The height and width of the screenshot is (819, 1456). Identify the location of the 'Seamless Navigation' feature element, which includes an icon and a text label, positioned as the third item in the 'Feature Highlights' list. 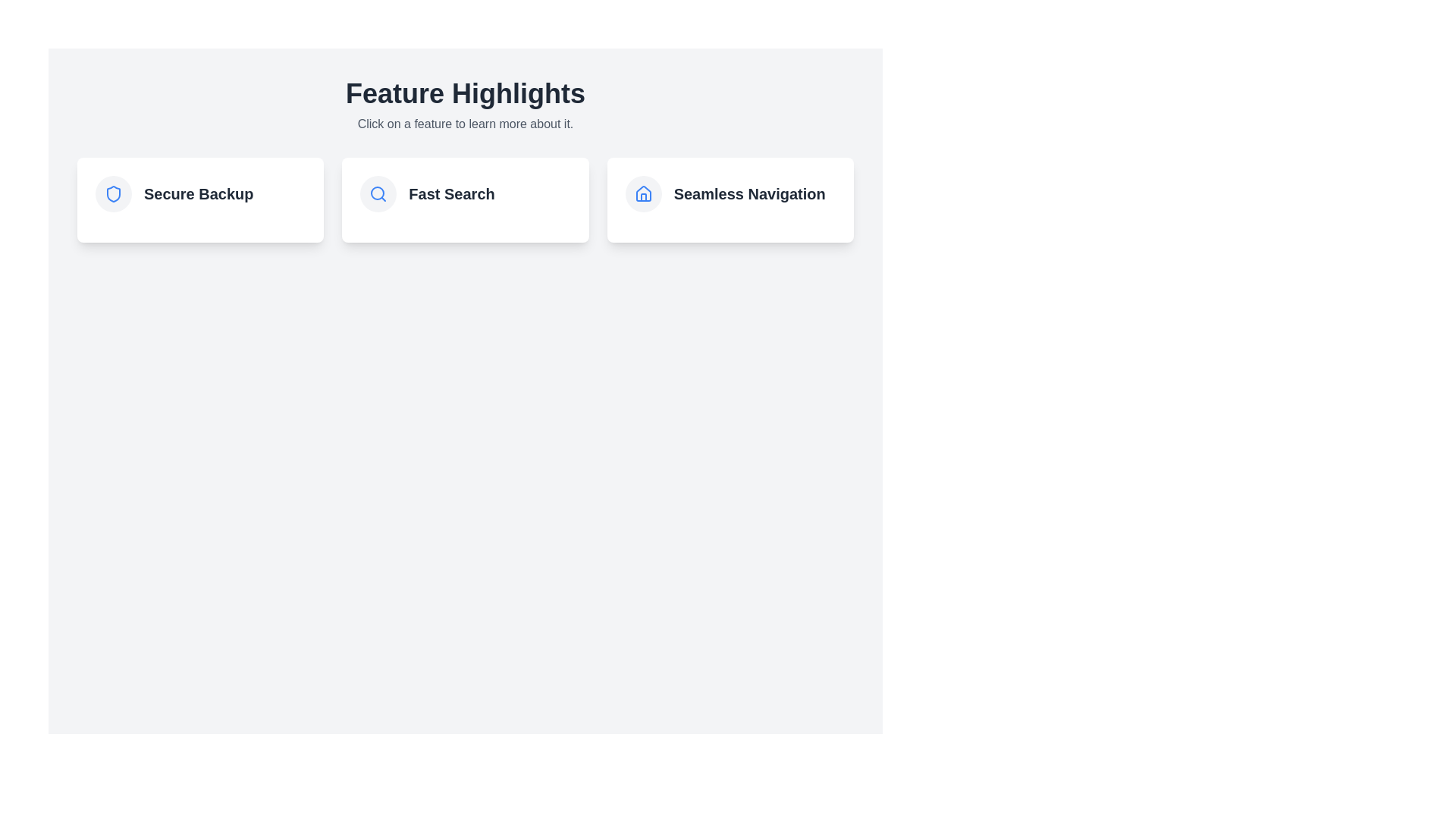
(730, 193).